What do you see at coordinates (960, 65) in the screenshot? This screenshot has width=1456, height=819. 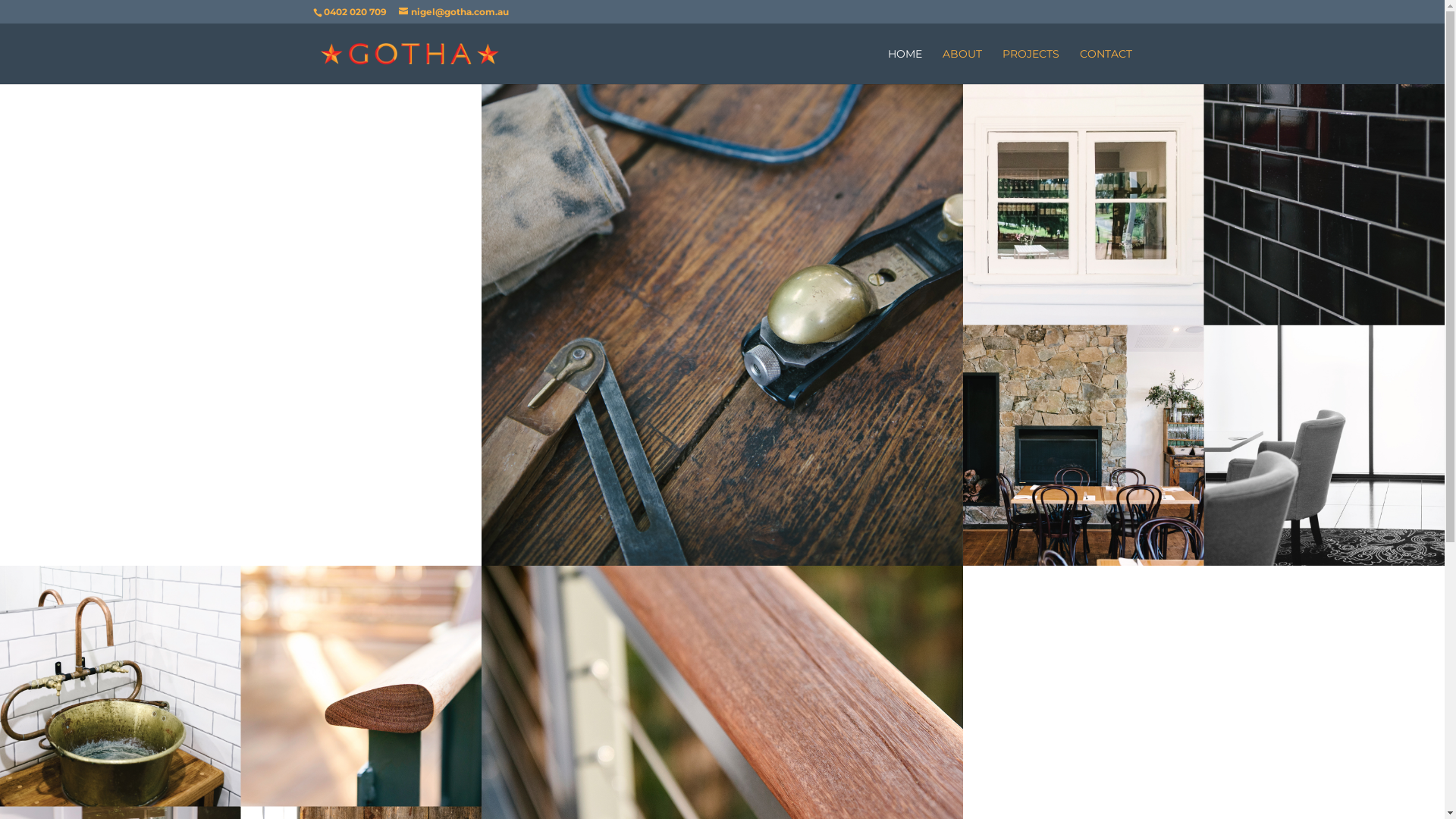 I see `'ABOUT'` at bounding box center [960, 65].